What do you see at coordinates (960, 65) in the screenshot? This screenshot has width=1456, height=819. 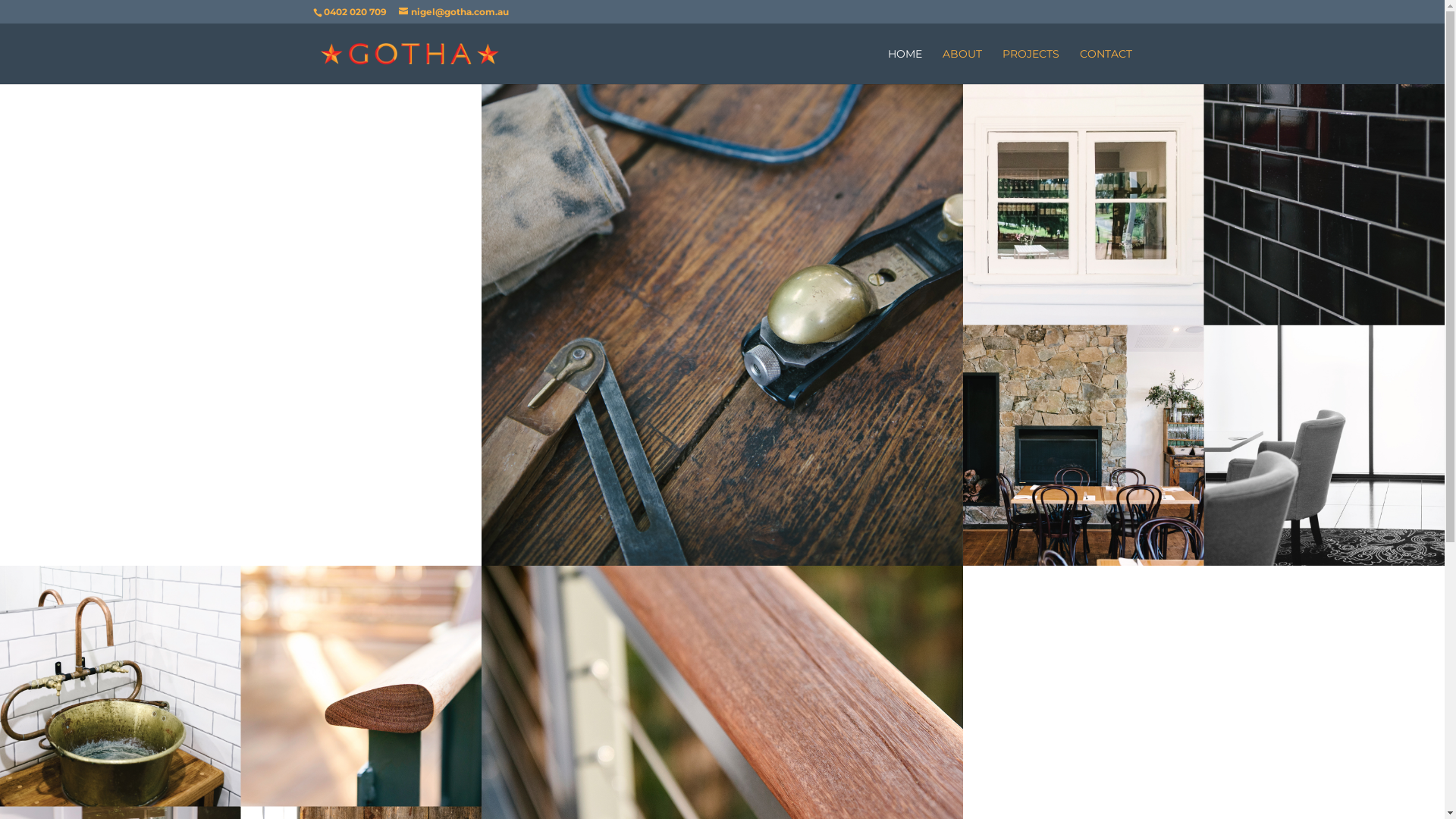 I see `'ABOUT'` at bounding box center [960, 65].